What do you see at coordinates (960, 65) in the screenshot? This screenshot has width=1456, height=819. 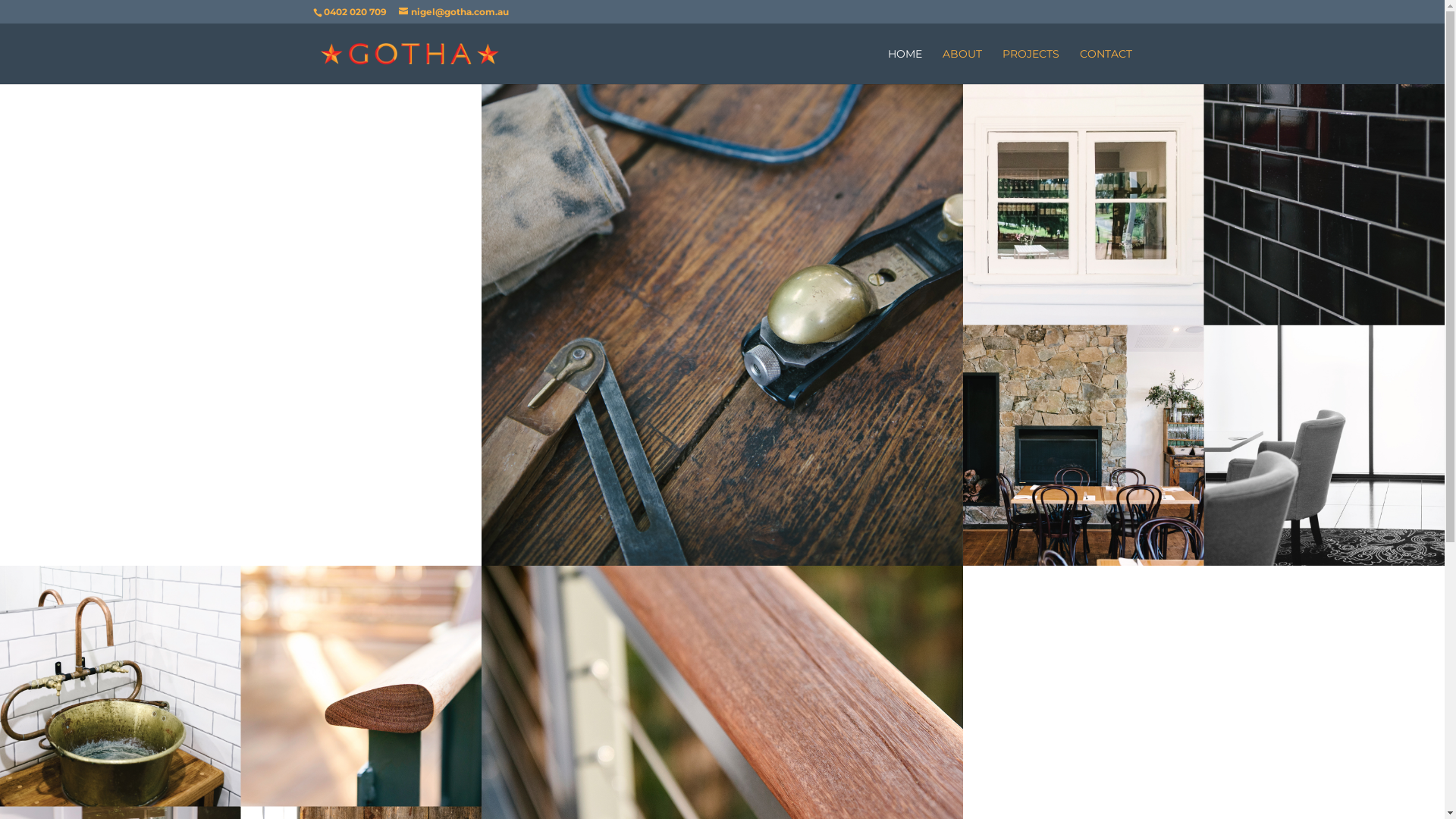 I see `'ABOUT'` at bounding box center [960, 65].